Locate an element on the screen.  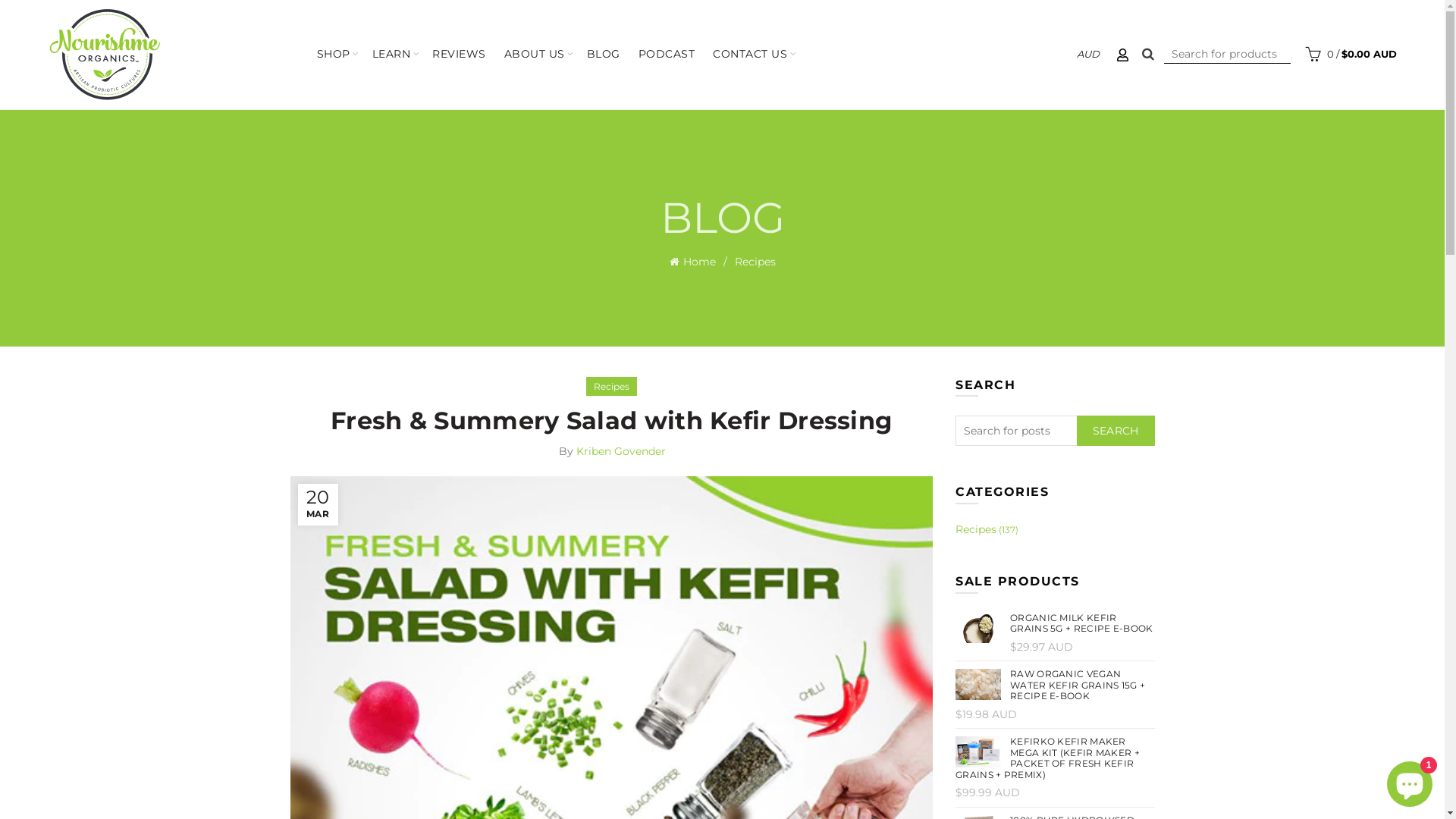
'0 / $0.00 AUD' is located at coordinates (1349, 52).